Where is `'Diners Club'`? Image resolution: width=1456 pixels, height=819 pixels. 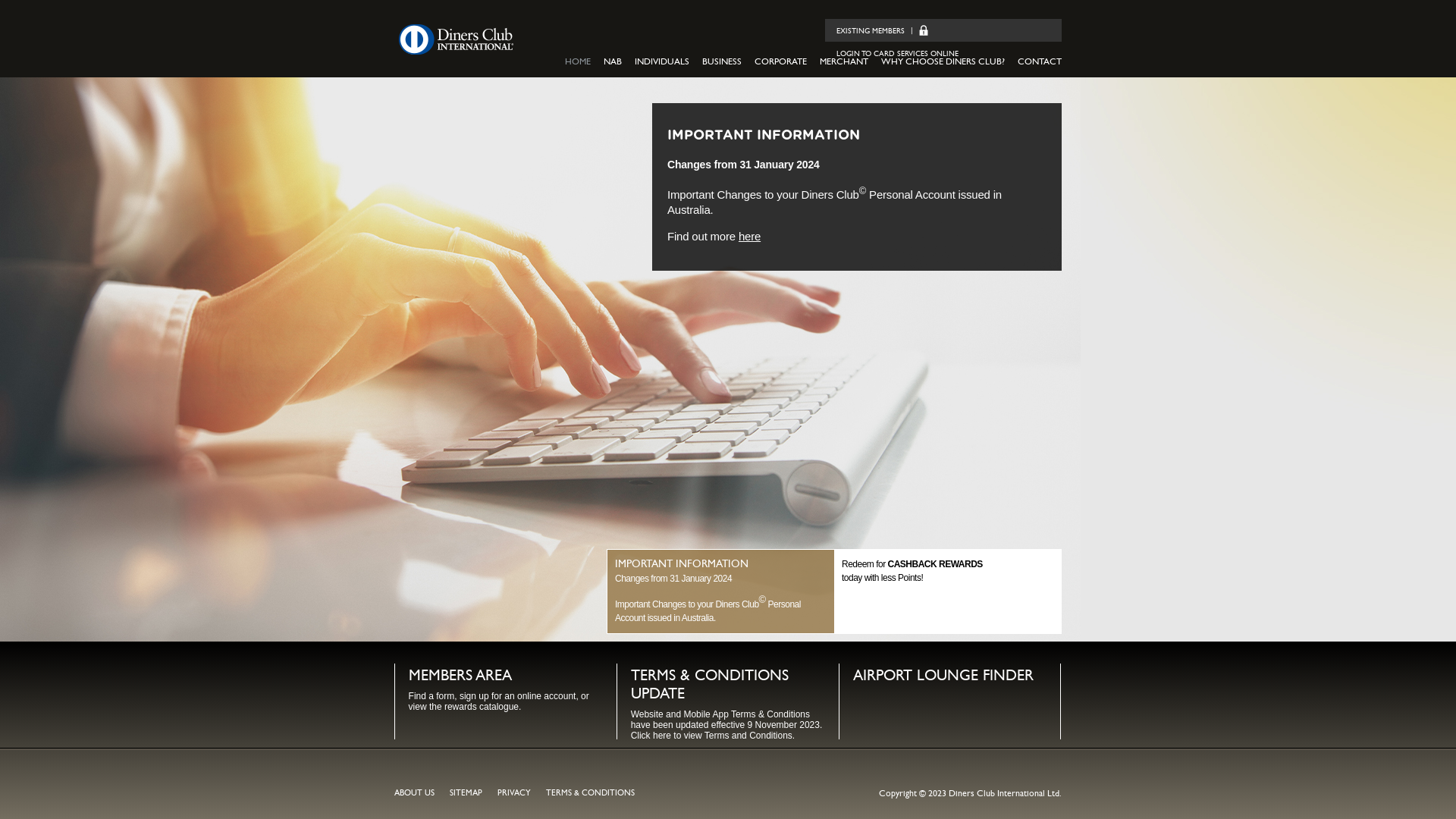
'Diners Club' is located at coordinates (454, 38).